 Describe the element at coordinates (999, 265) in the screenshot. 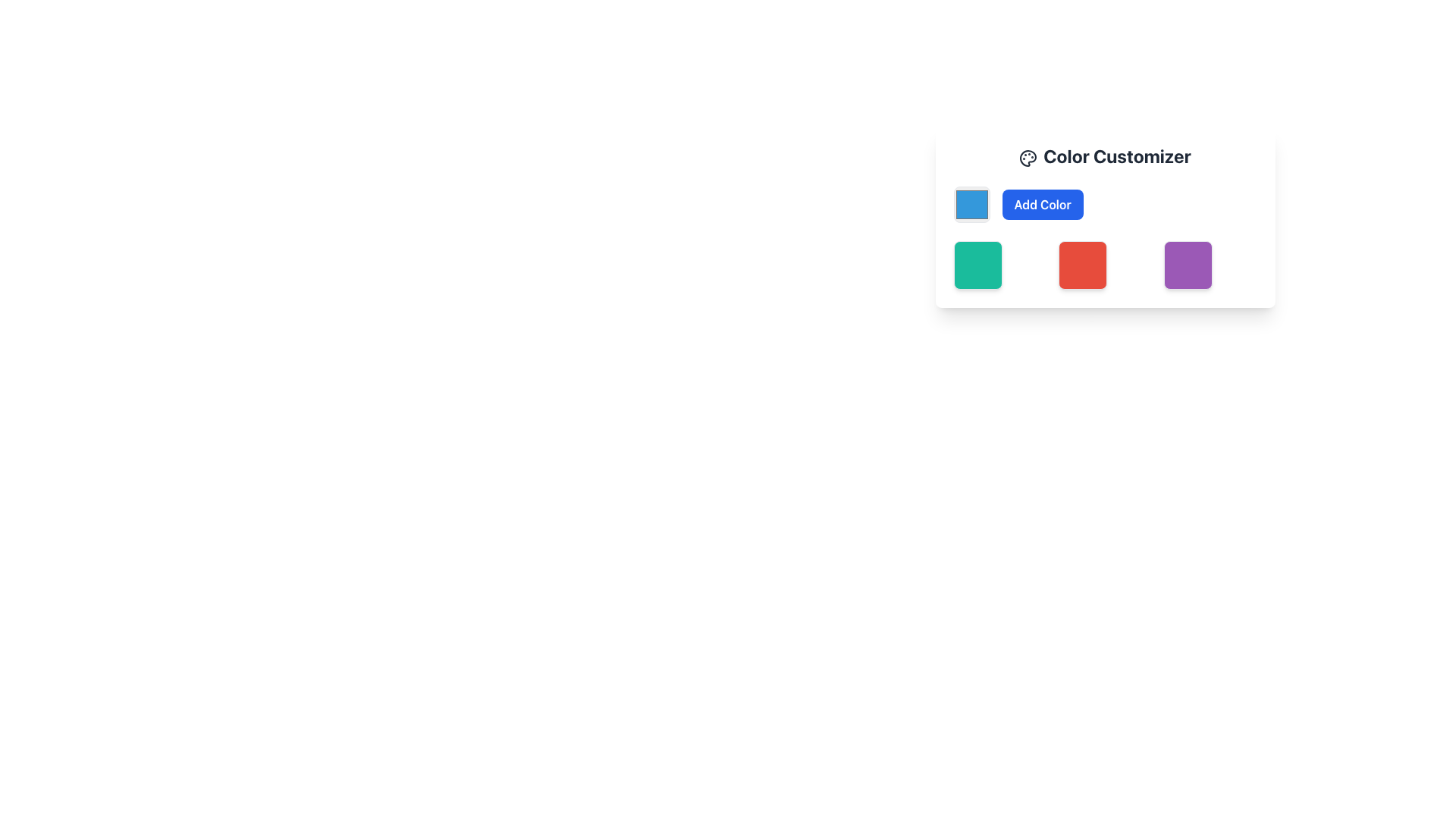

I see `the first selectable color tile in the Color Customizer section` at that location.